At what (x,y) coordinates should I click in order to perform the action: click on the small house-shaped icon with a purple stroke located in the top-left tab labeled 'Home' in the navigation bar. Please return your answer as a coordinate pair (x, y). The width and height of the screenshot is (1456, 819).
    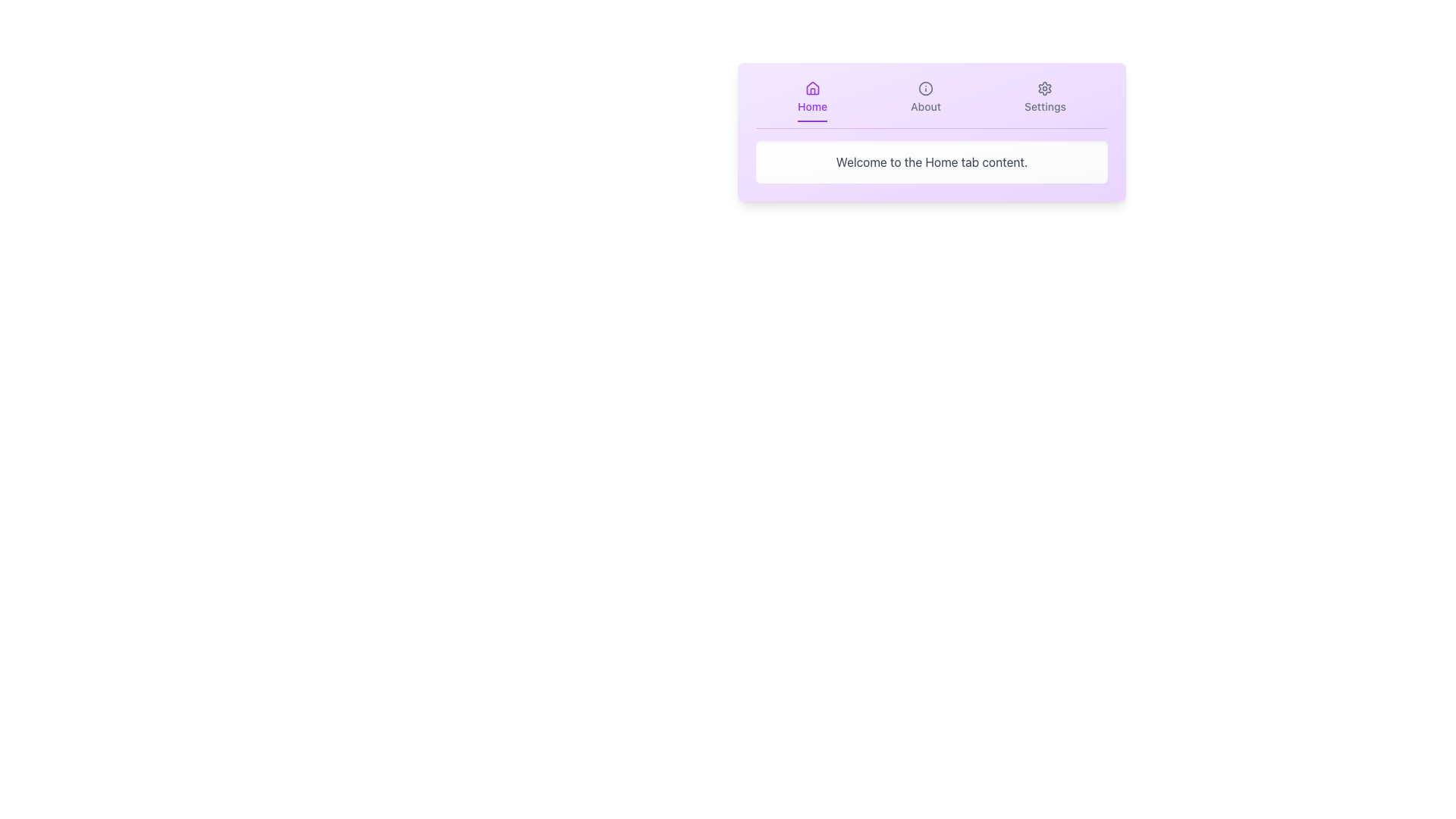
    Looking at the image, I should click on (811, 88).